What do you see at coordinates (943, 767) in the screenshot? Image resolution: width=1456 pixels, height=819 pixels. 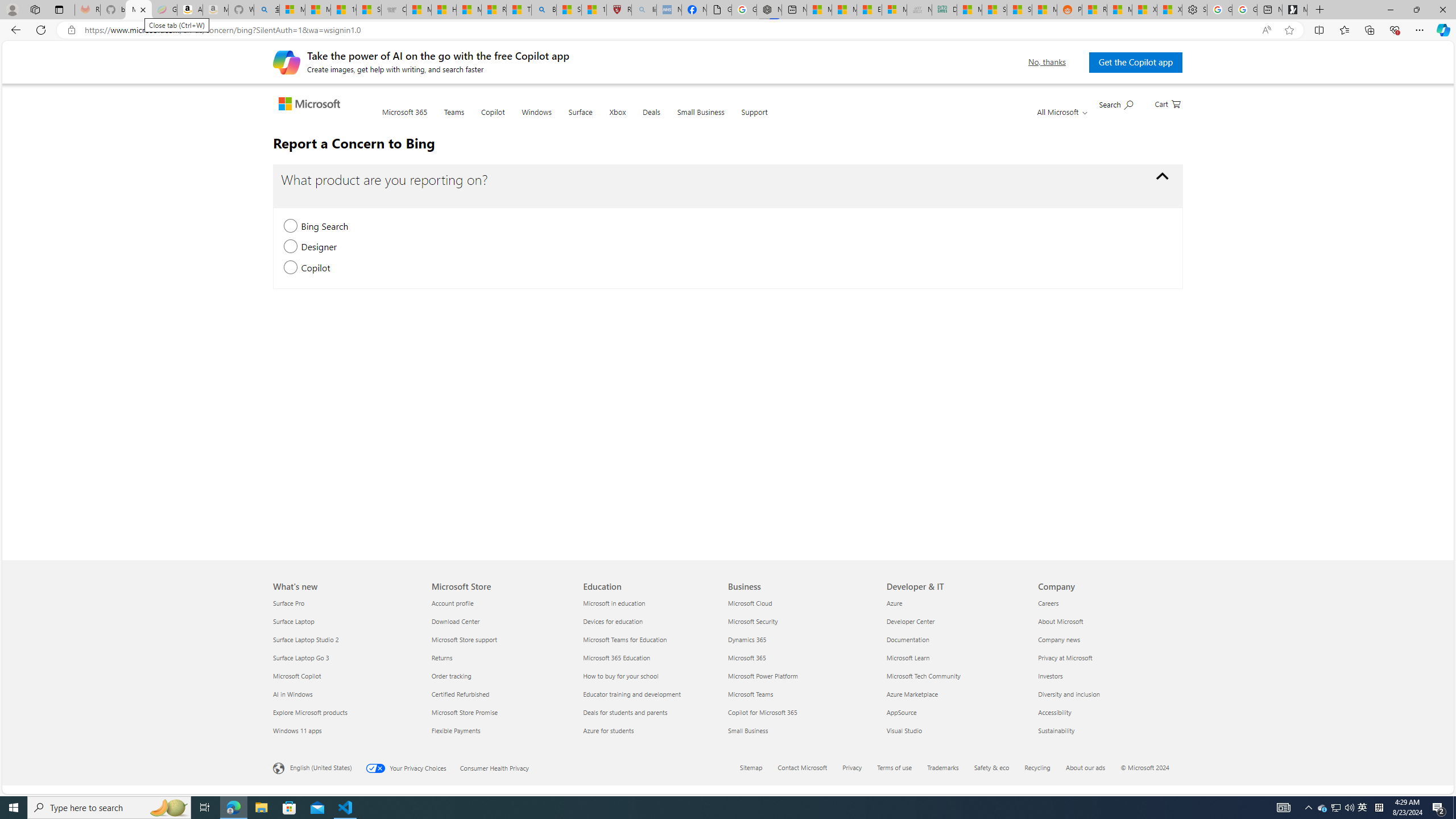 I see `'Trademarks'` at bounding box center [943, 767].